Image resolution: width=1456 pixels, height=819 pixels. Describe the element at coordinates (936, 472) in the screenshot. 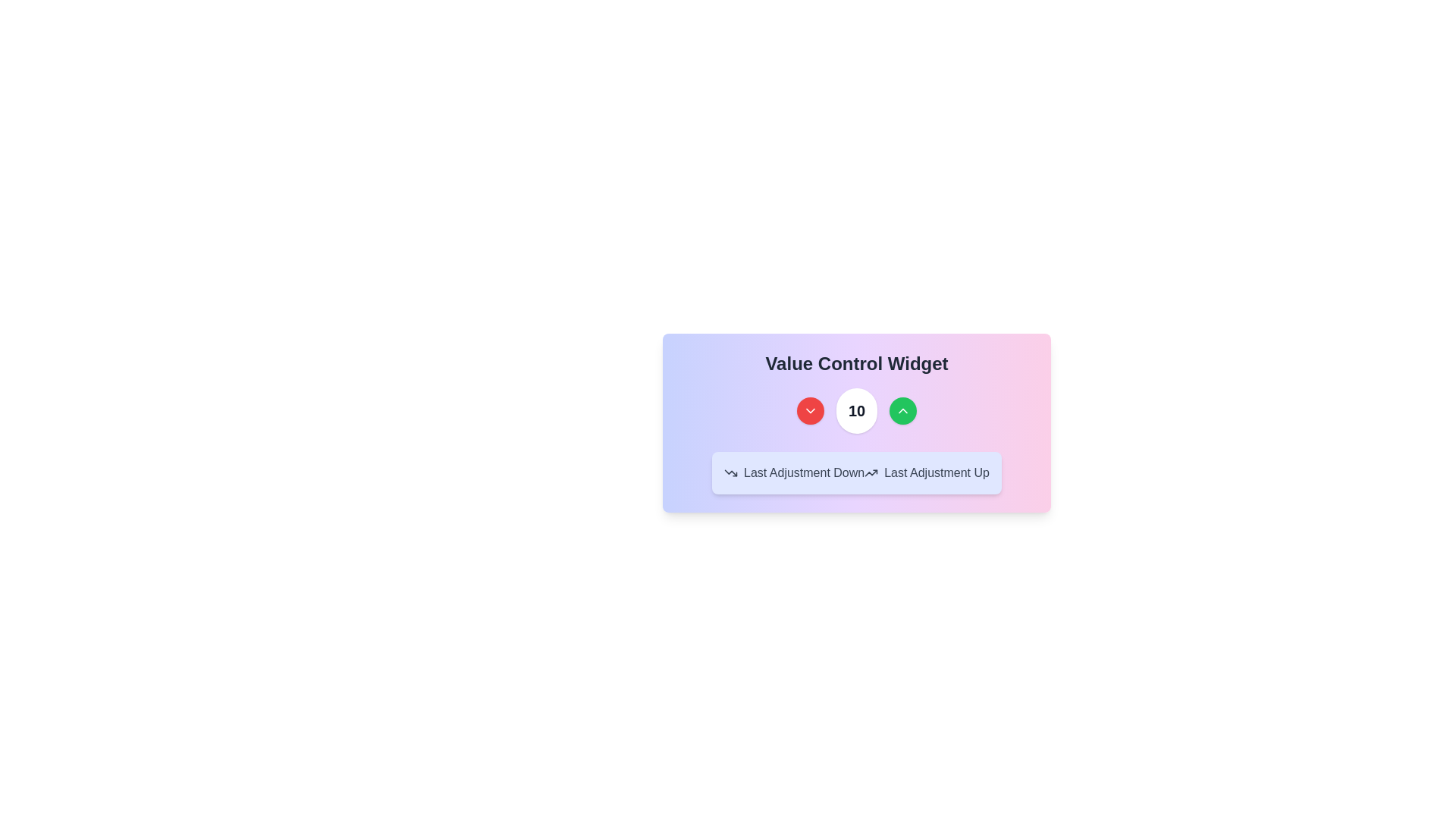

I see `the static text label indicating the last change in control, which shows an upward adjustment, positioned after the 'Last Adjustment Down' text and an upward arrow icon` at that location.